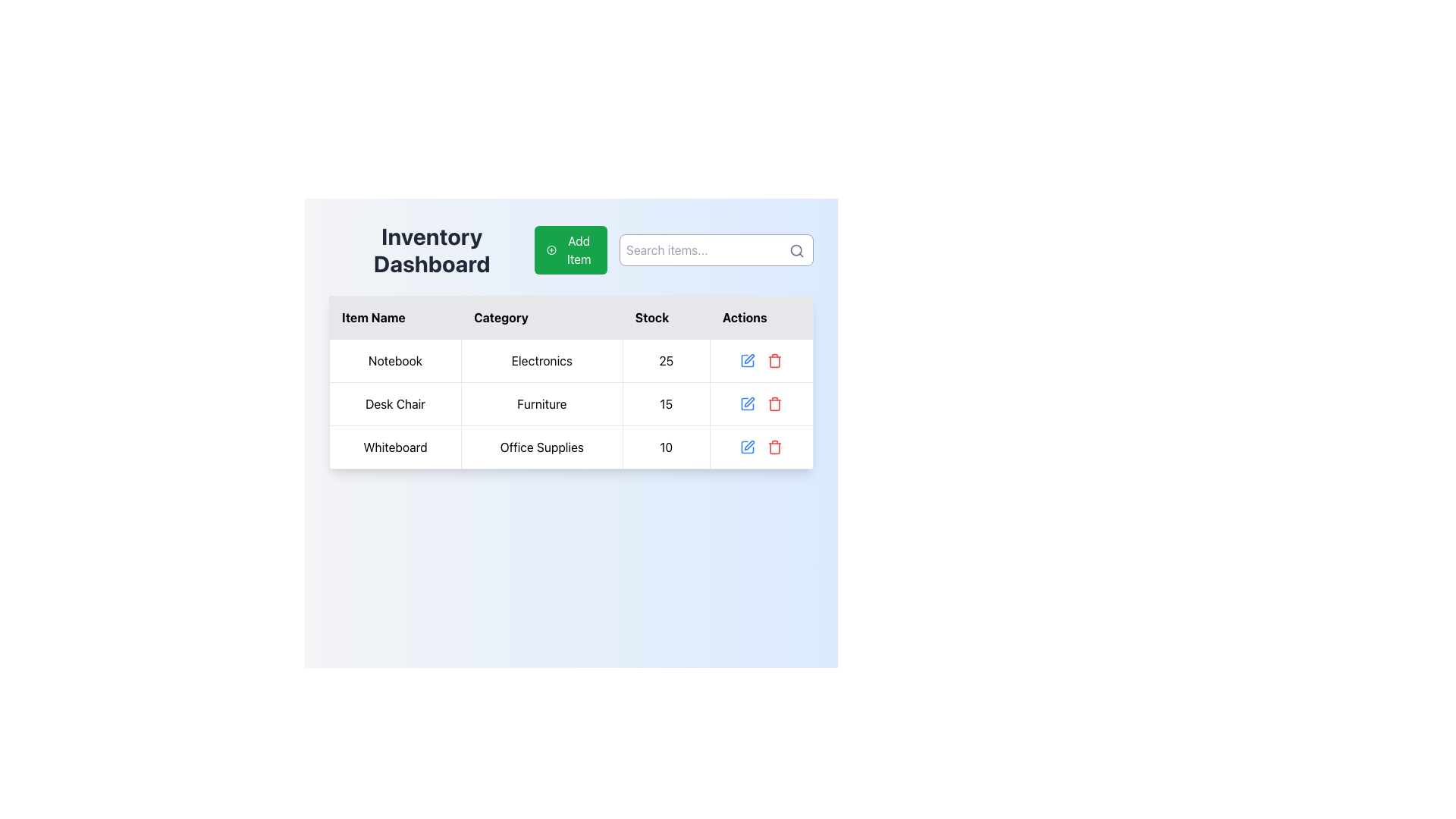  I want to click on the first editing icon (SVG) in the Actions column of the third row of the table, so click(748, 360).